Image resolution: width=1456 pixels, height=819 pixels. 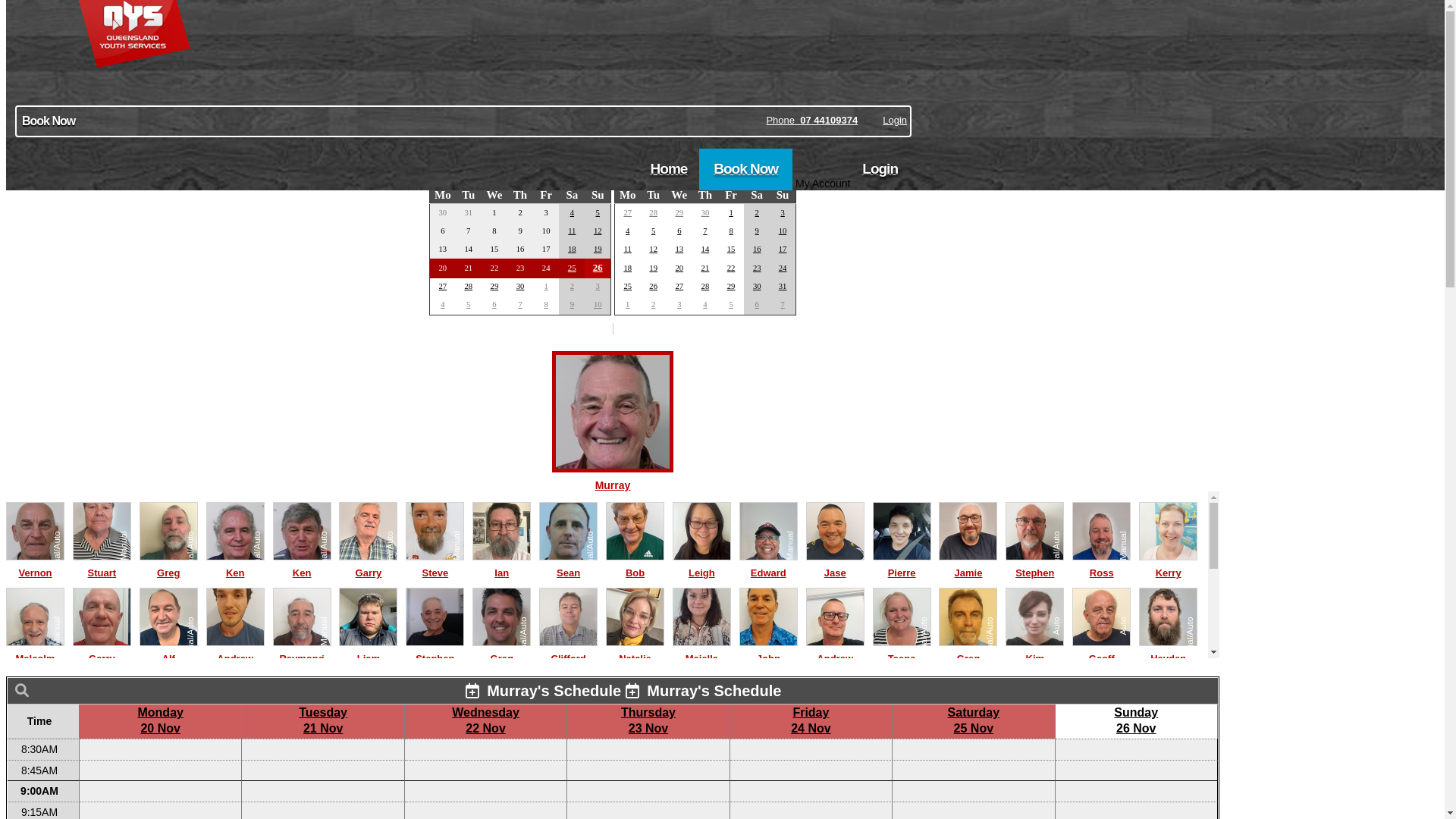 I want to click on 'Nathan, so click(x=472, y=736).